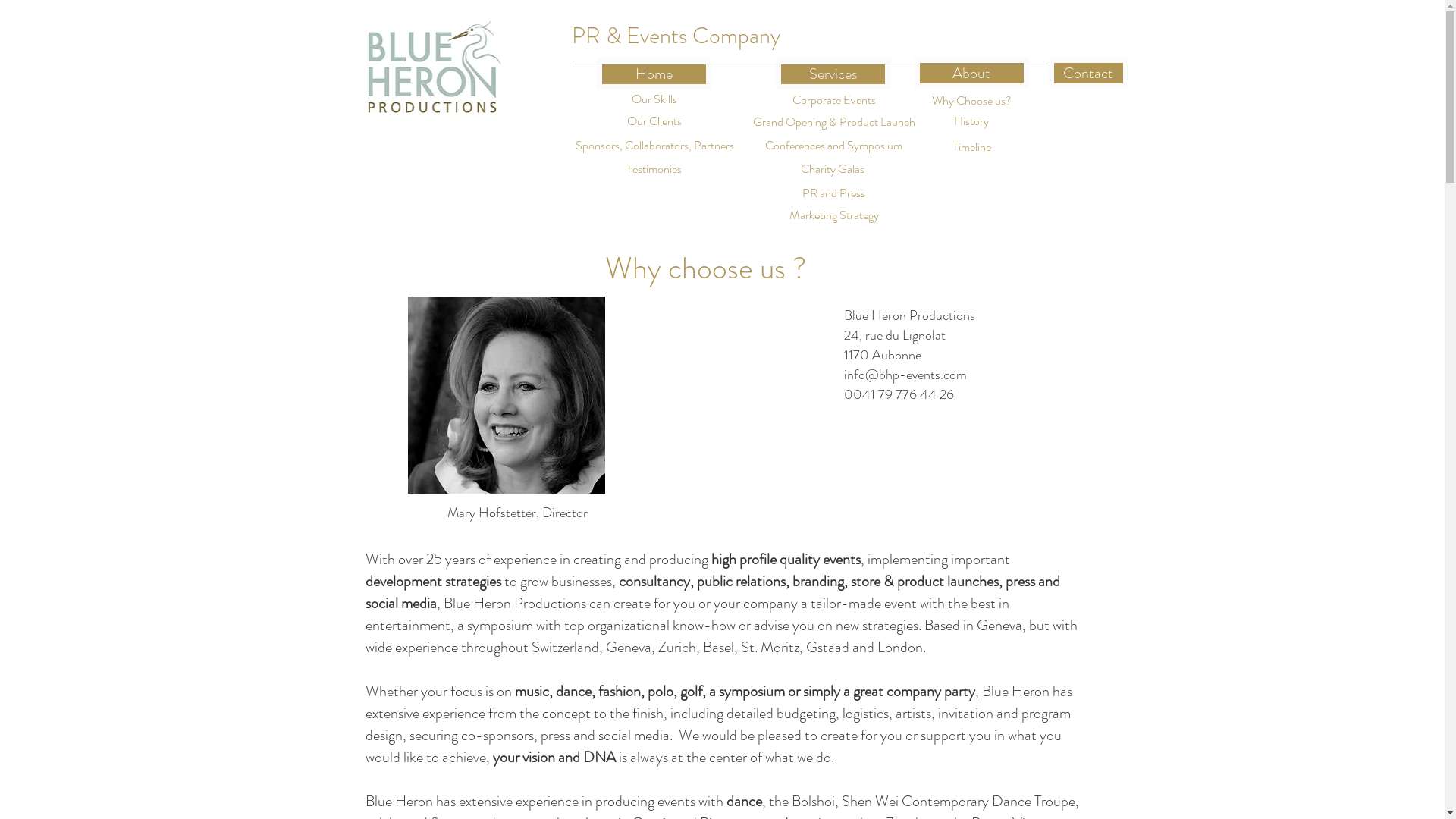 This screenshot has width=1456, height=819. What do you see at coordinates (971, 101) in the screenshot?
I see `'Why Choose us?'` at bounding box center [971, 101].